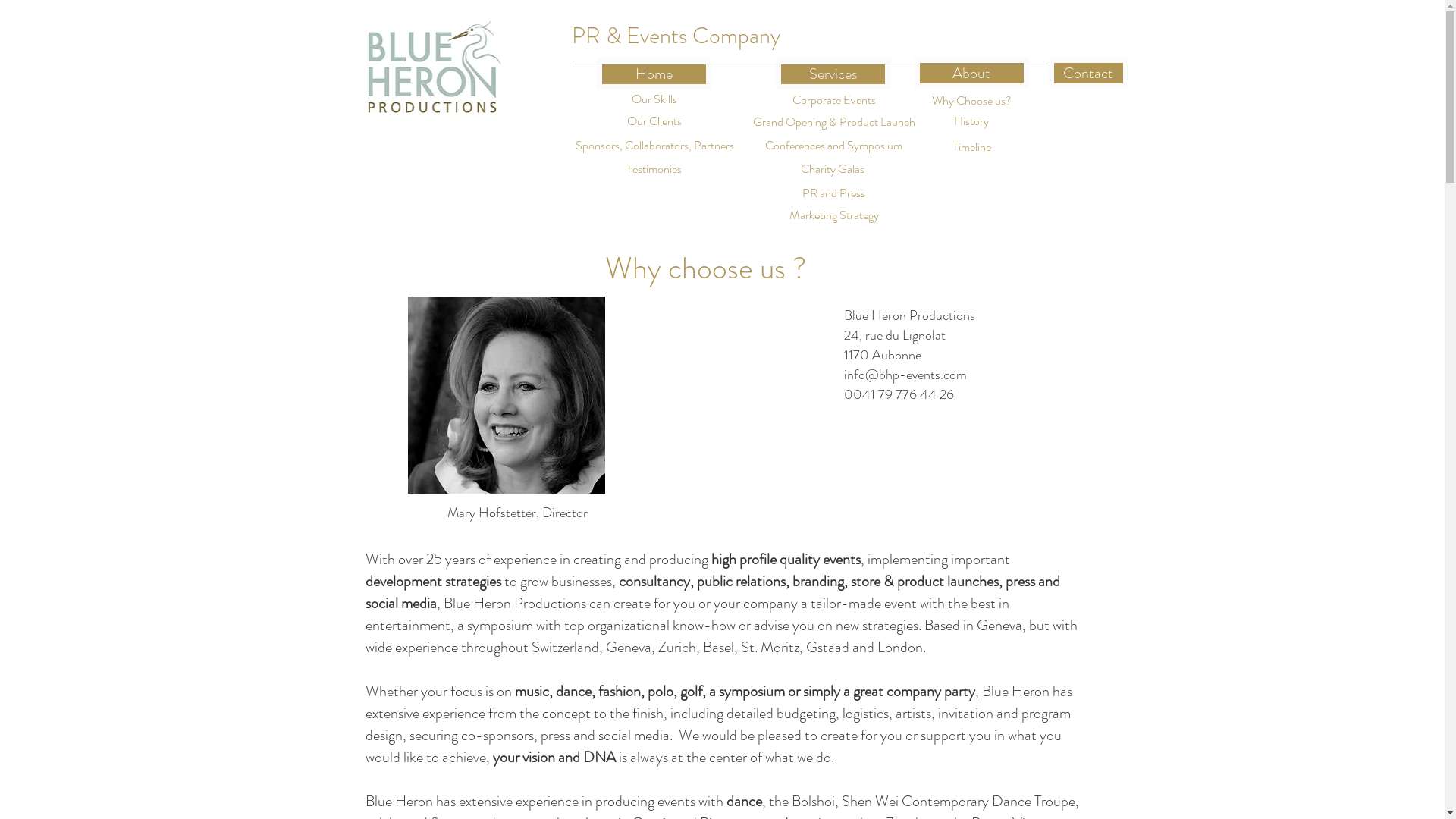 This screenshot has width=1456, height=819. What do you see at coordinates (971, 101) in the screenshot?
I see `'Why Choose us?'` at bounding box center [971, 101].